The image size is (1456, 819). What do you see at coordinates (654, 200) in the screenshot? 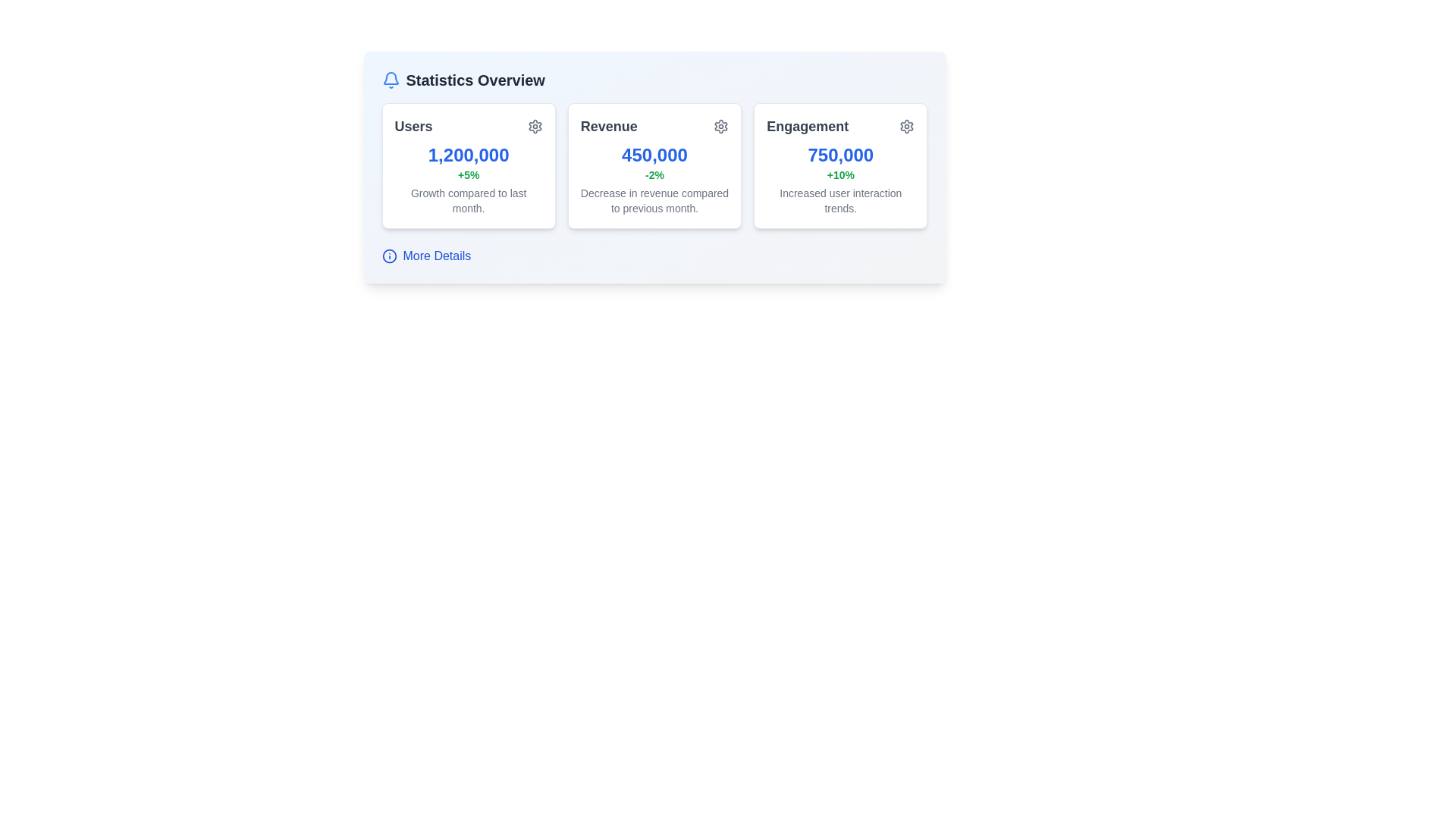
I see `the Text Display element that provides supplementary descriptive information about the revenue data, located beneath the percentage text '-2%' in the central statistic card titled 'Revenue'` at bounding box center [654, 200].